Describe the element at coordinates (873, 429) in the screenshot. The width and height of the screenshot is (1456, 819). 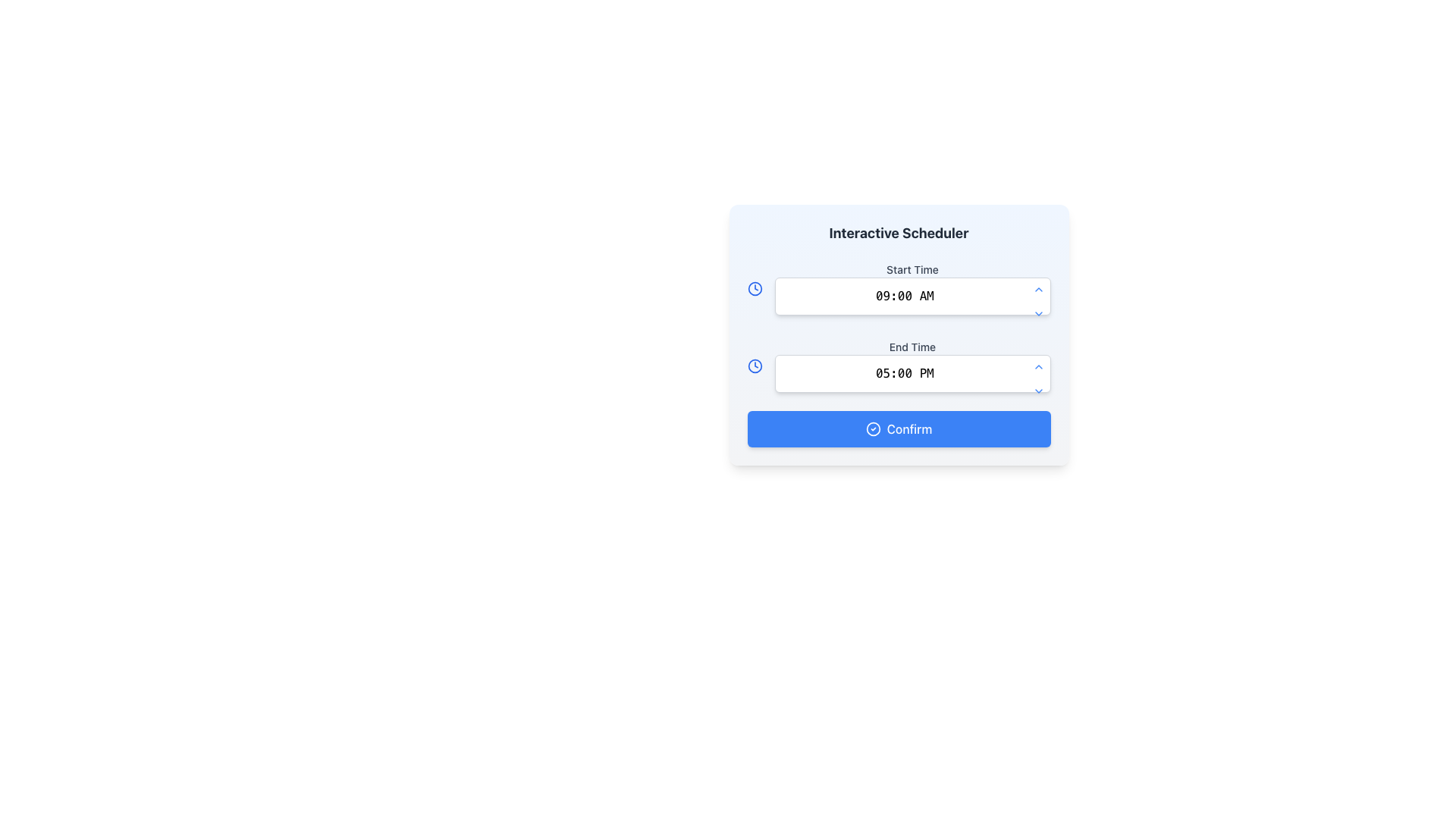
I see `the confirmation SVG icon located at the center of the 'Confirm' button situated at the bottom of the central card interface` at that location.